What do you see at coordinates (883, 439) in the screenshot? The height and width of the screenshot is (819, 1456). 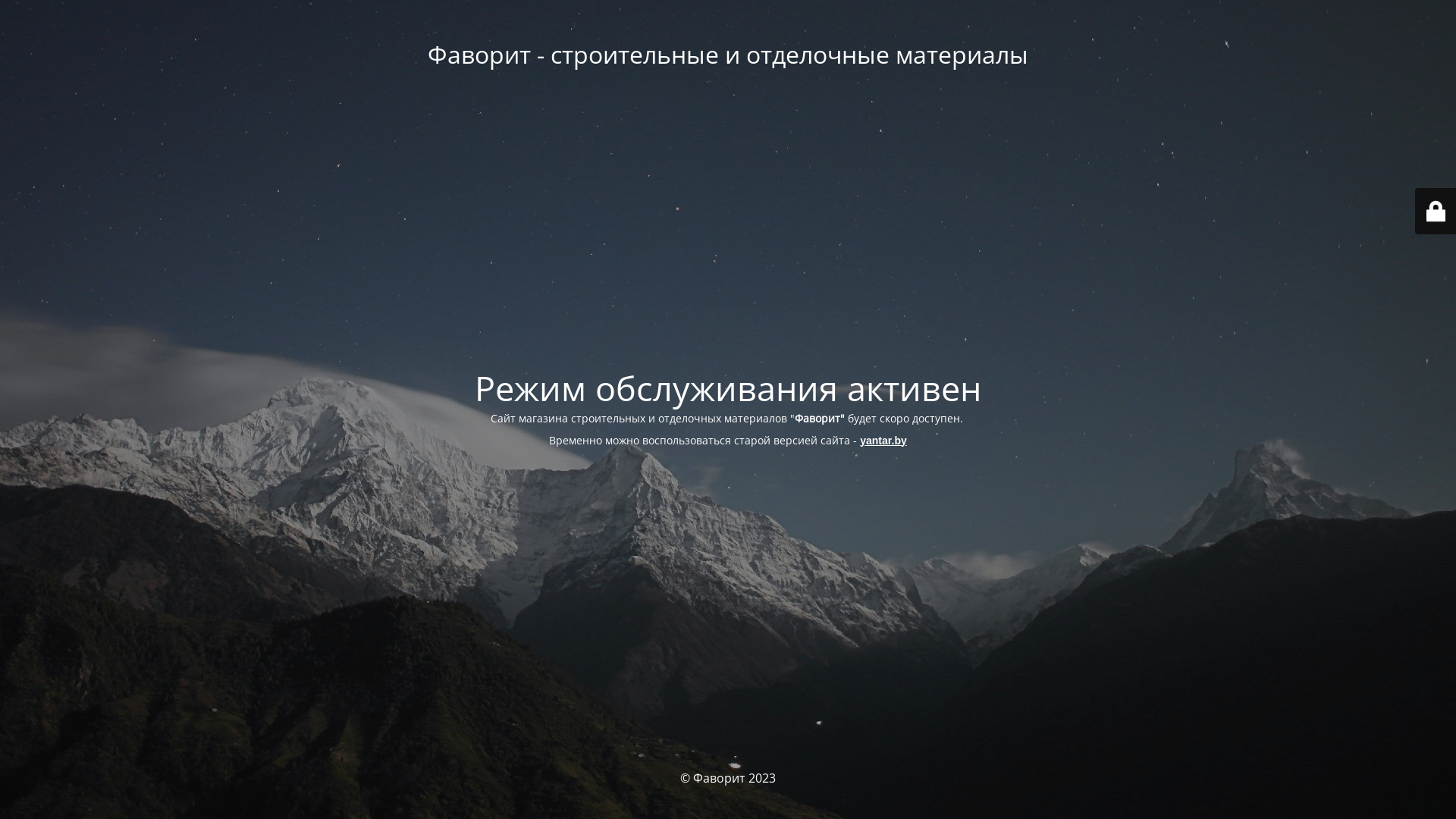 I see `'yantar.by'` at bounding box center [883, 439].